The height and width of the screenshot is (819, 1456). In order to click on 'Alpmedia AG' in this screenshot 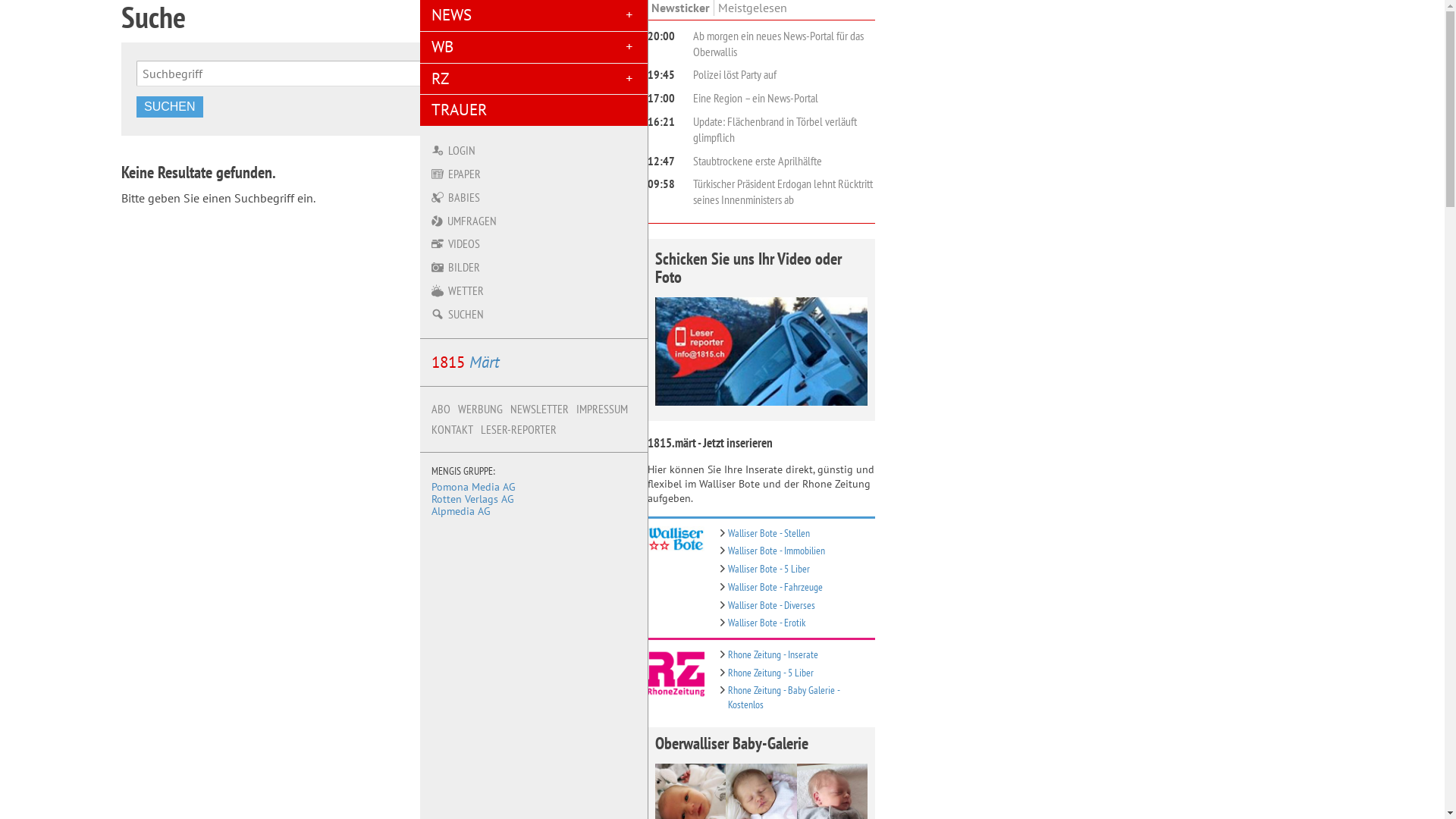, I will do `click(431, 511)`.